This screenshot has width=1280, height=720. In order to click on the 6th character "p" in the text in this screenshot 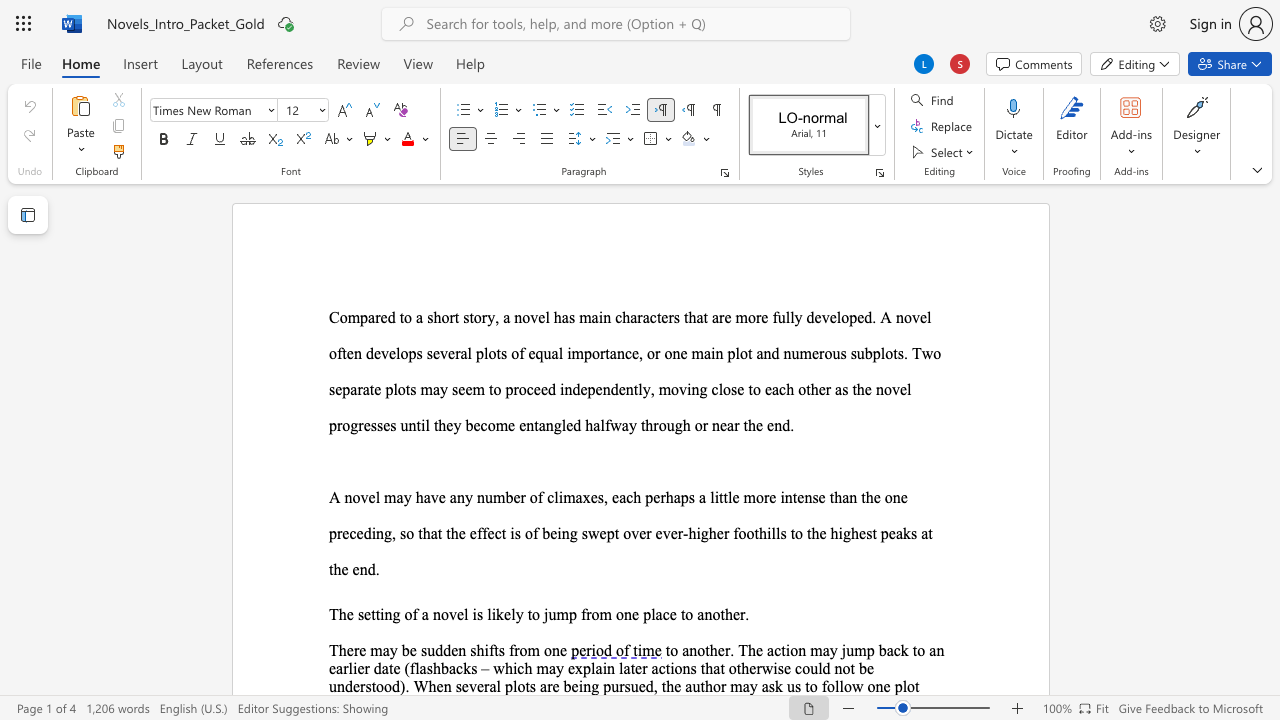, I will do `click(730, 352)`.